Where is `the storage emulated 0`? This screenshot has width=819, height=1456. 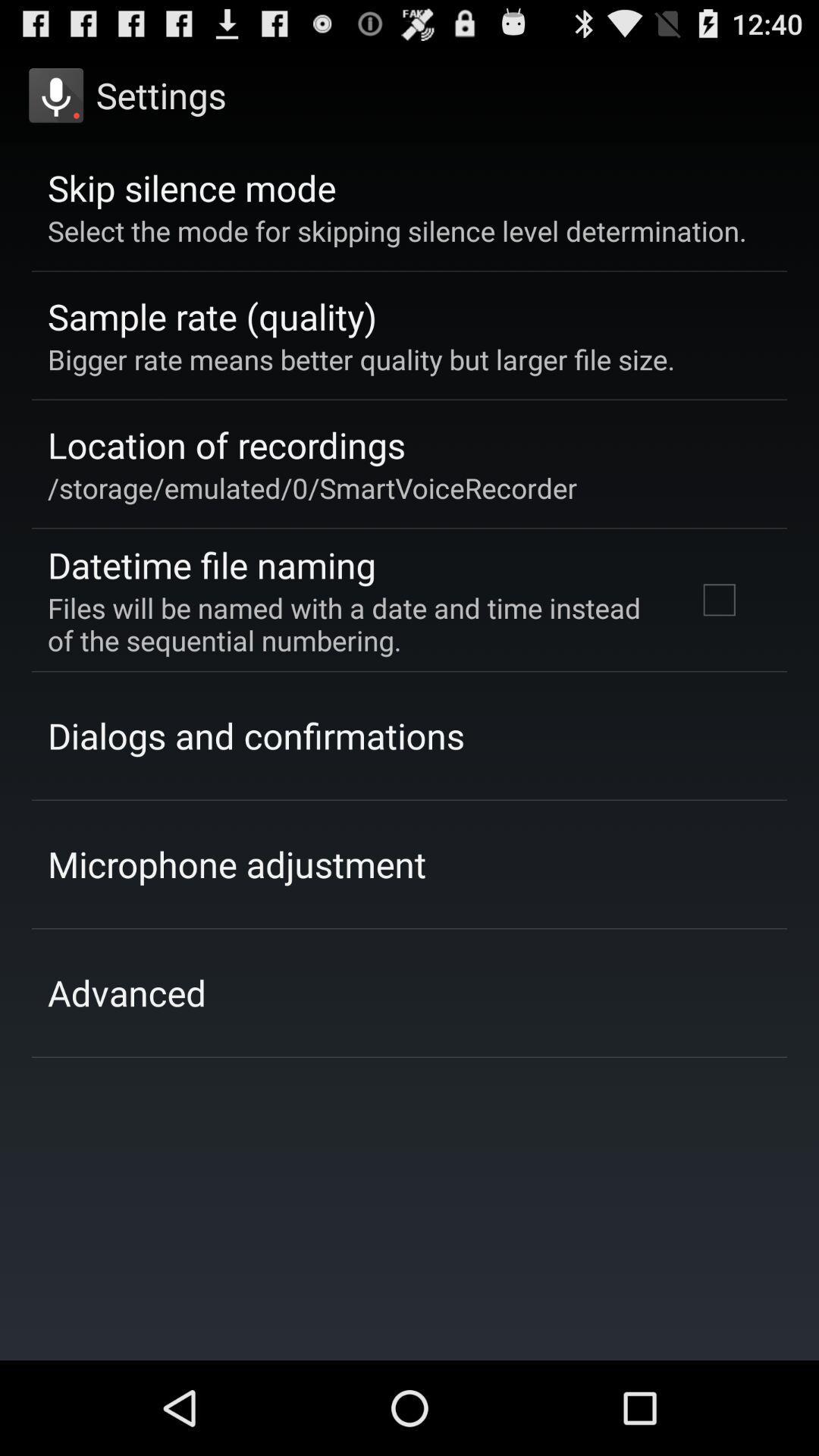
the storage emulated 0 is located at coordinates (312, 488).